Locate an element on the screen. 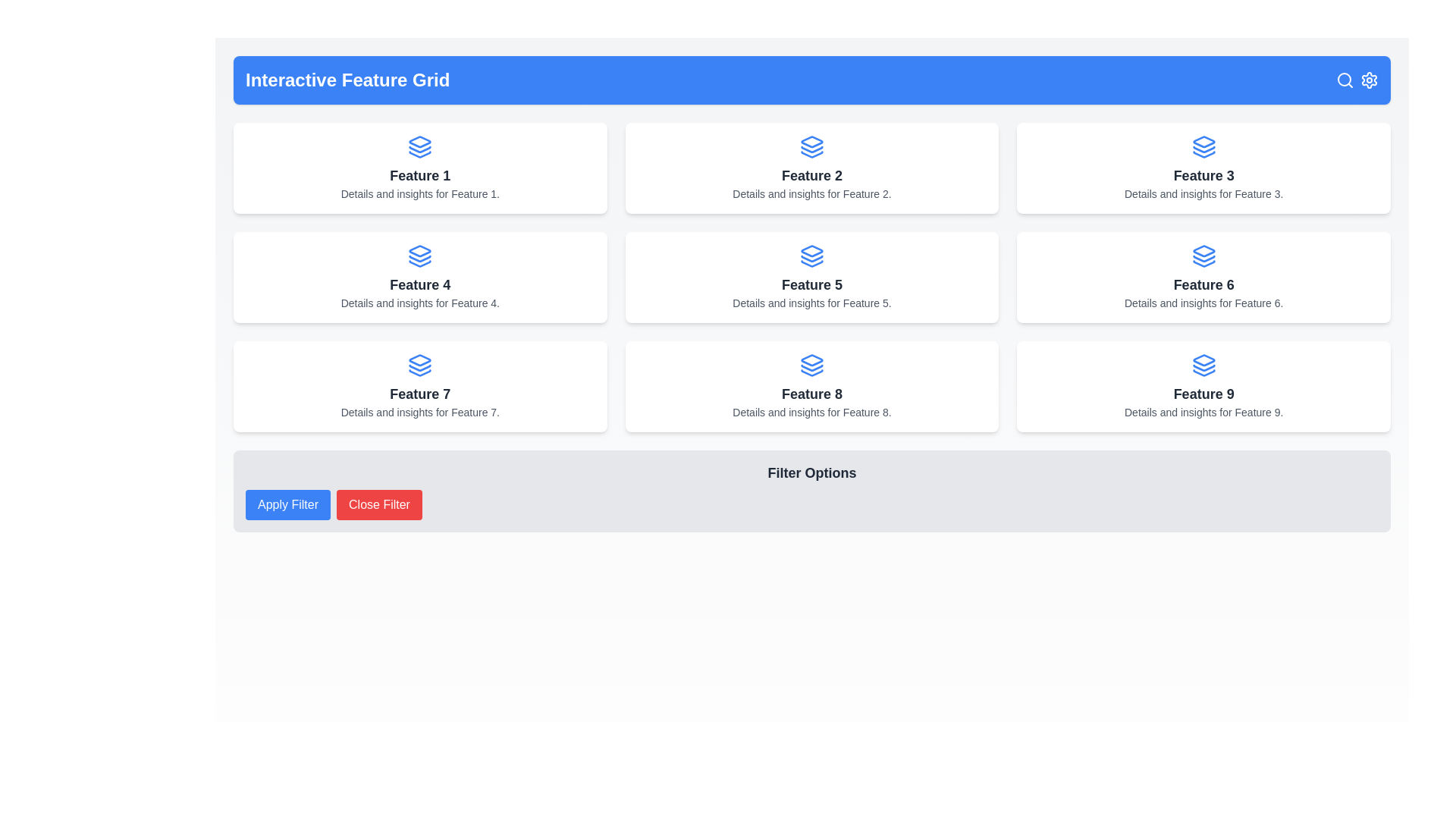  the middle layer of the 'Feature 8' tile, which is a decorative vector graphic enhancing its visual presentation is located at coordinates (811, 368).